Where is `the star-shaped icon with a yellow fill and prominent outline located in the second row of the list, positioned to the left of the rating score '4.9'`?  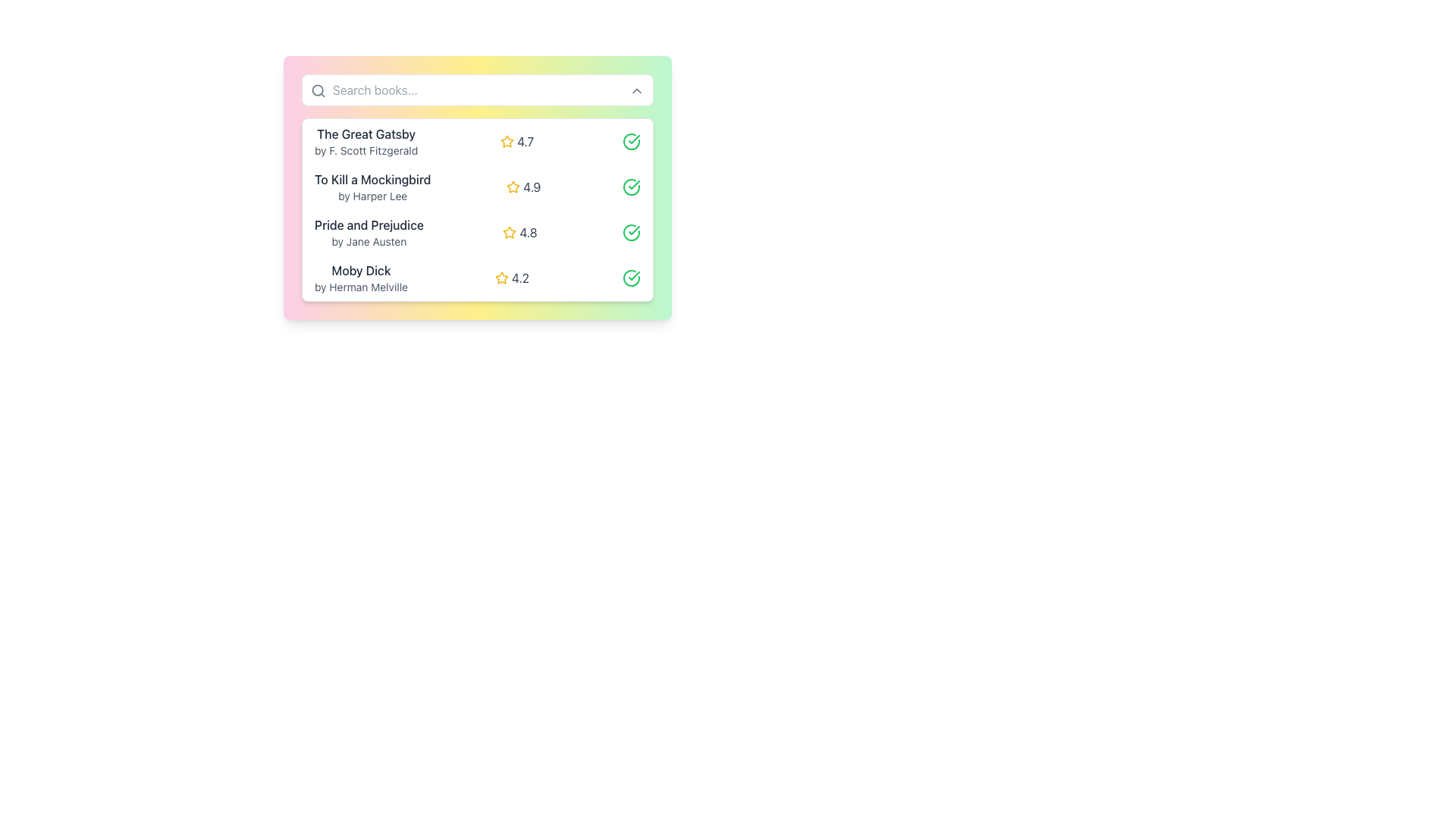 the star-shaped icon with a yellow fill and prominent outline located in the second row of the list, positioned to the left of the rating score '4.9' is located at coordinates (513, 186).